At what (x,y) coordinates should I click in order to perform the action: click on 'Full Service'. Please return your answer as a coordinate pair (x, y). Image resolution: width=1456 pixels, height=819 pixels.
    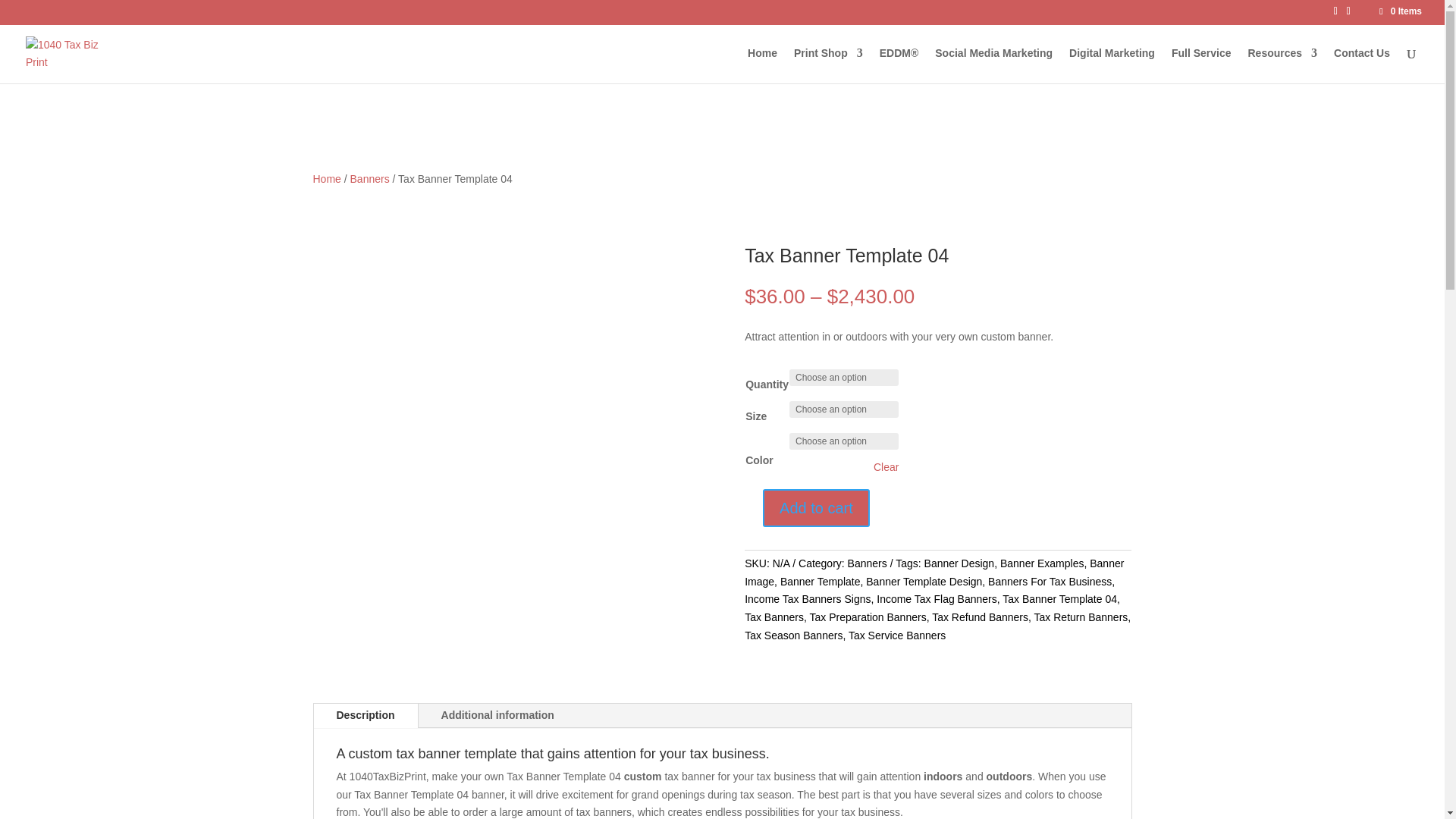
    Looking at the image, I should click on (1200, 64).